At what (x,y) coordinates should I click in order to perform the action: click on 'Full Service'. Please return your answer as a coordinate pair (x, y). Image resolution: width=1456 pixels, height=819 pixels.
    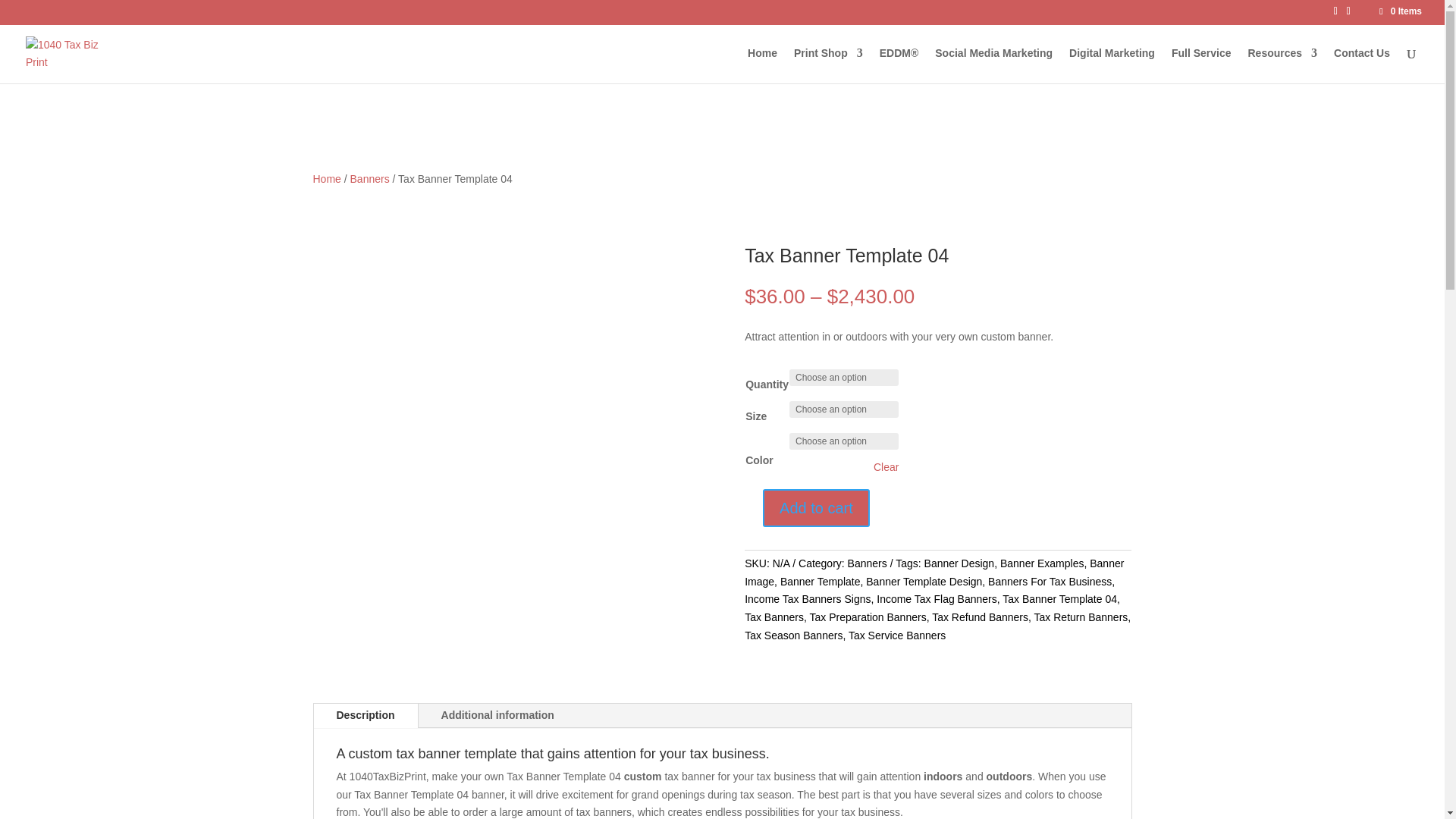
    Looking at the image, I should click on (1200, 64).